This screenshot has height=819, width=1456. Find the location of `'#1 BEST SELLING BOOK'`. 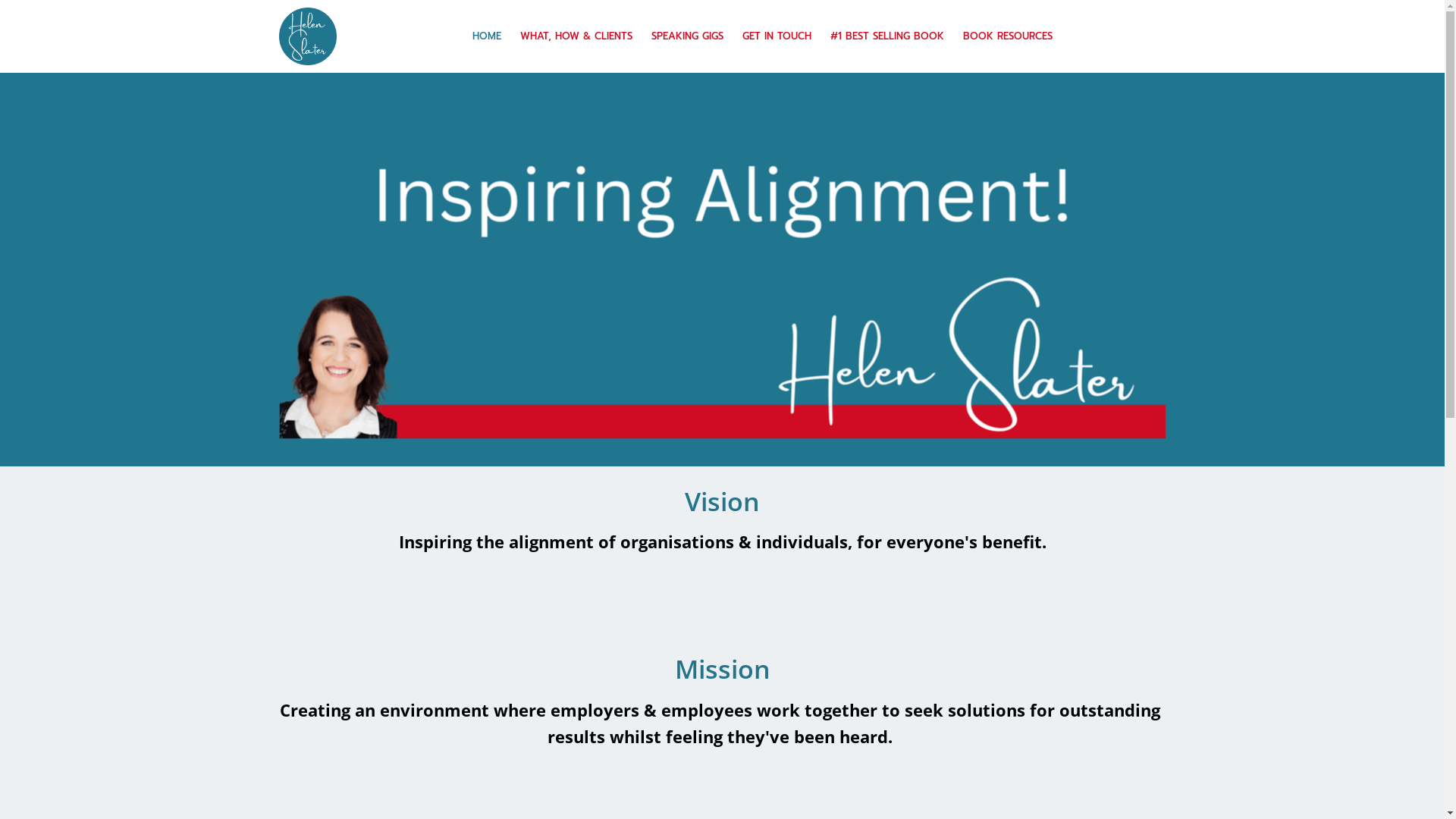

'#1 BEST SELLING BOOK' is located at coordinates (887, 35).